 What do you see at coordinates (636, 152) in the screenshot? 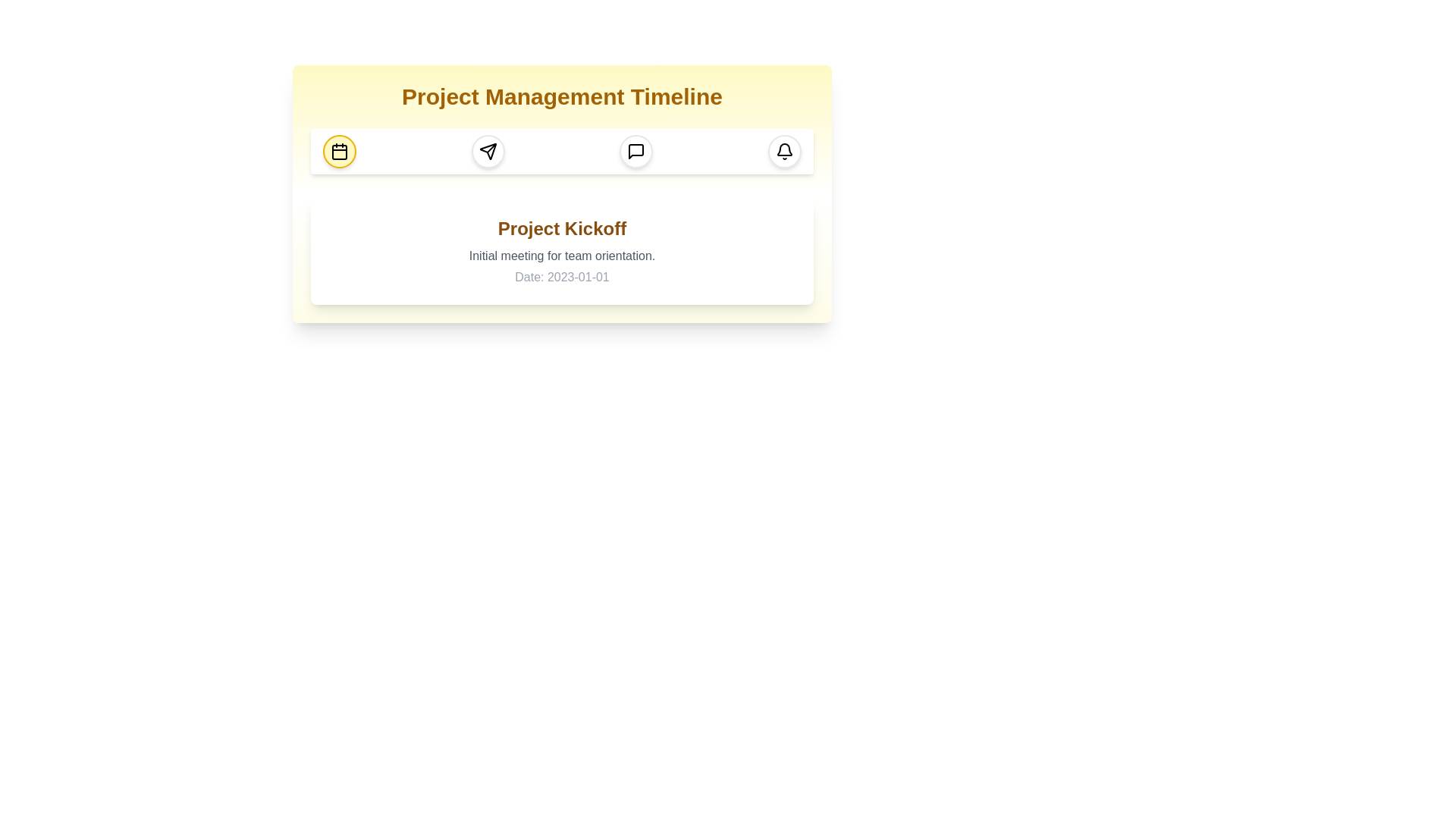
I see `the third button from the left in the horizontal row of circular action buttons at the top of the 'Project Management Timeline' card` at bounding box center [636, 152].